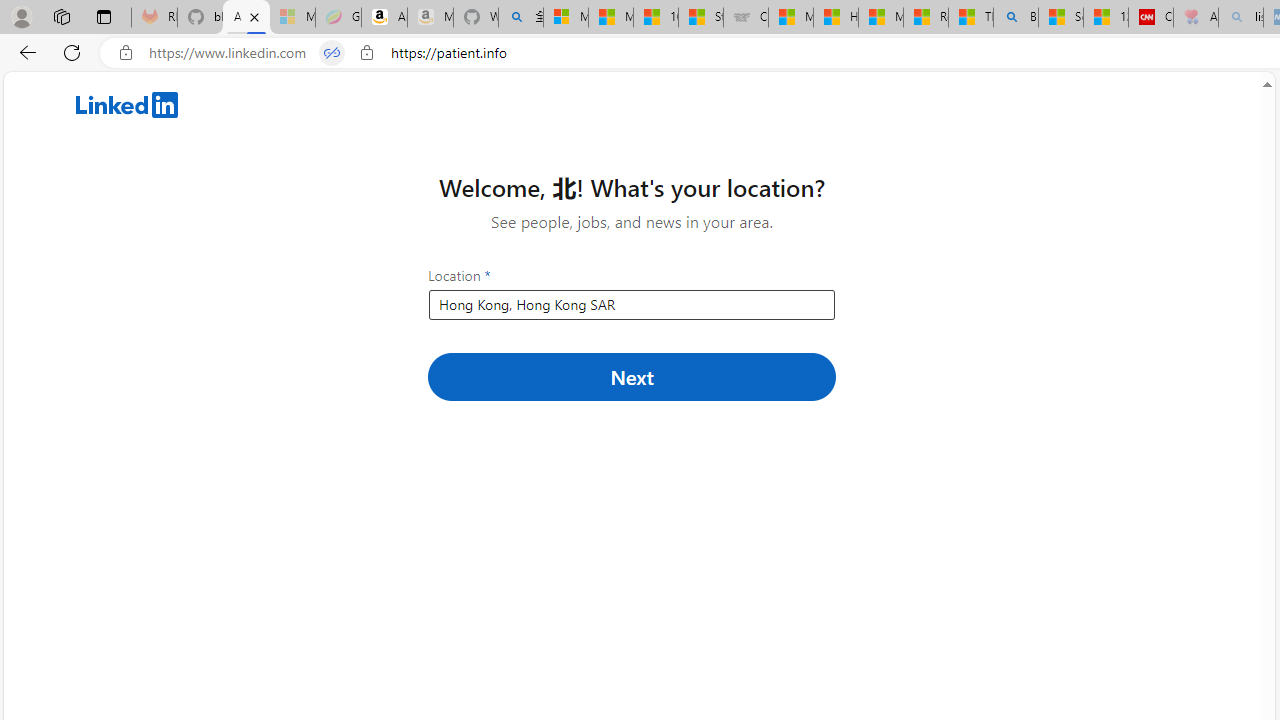 This screenshot has width=1280, height=720. What do you see at coordinates (245, 17) in the screenshot?
I see `'Asthma Inhalers: Names and Types'` at bounding box center [245, 17].